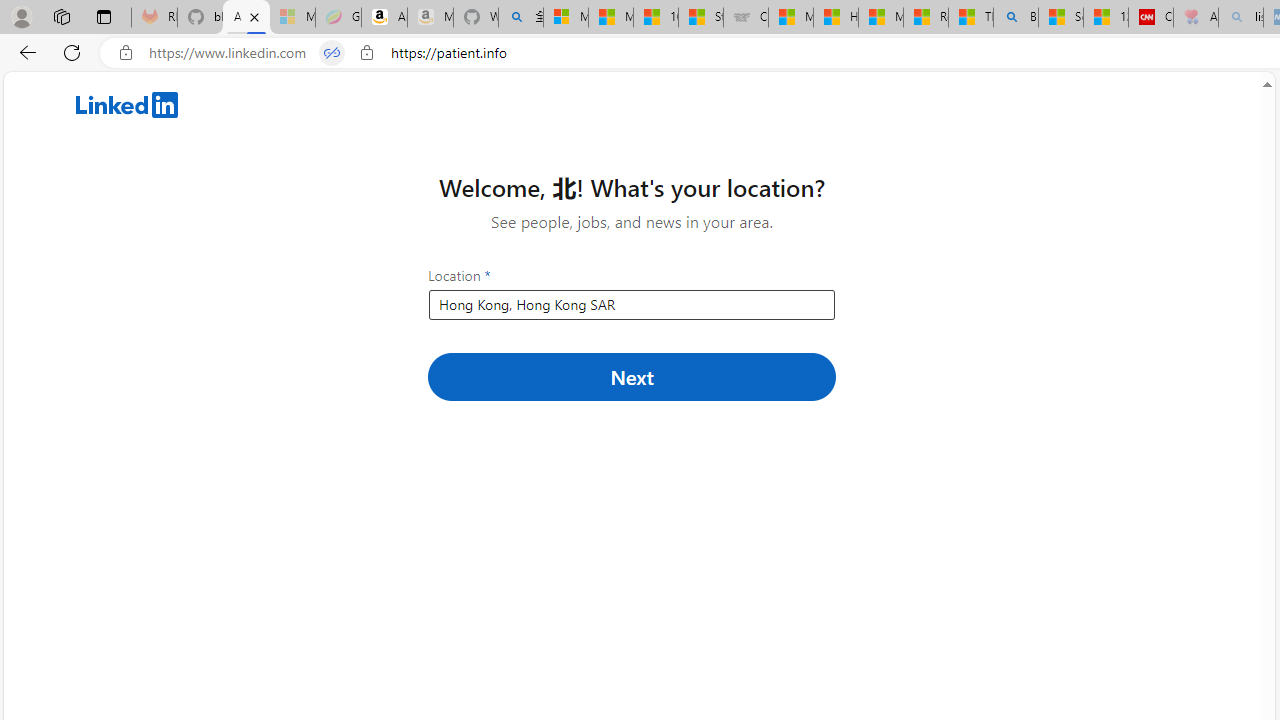 This screenshot has width=1280, height=720. What do you see at coordinates (245, 17) in the screenshot?
I see `'Asthma Inhalers: Names and Types'` at bounding box center [245, 17].